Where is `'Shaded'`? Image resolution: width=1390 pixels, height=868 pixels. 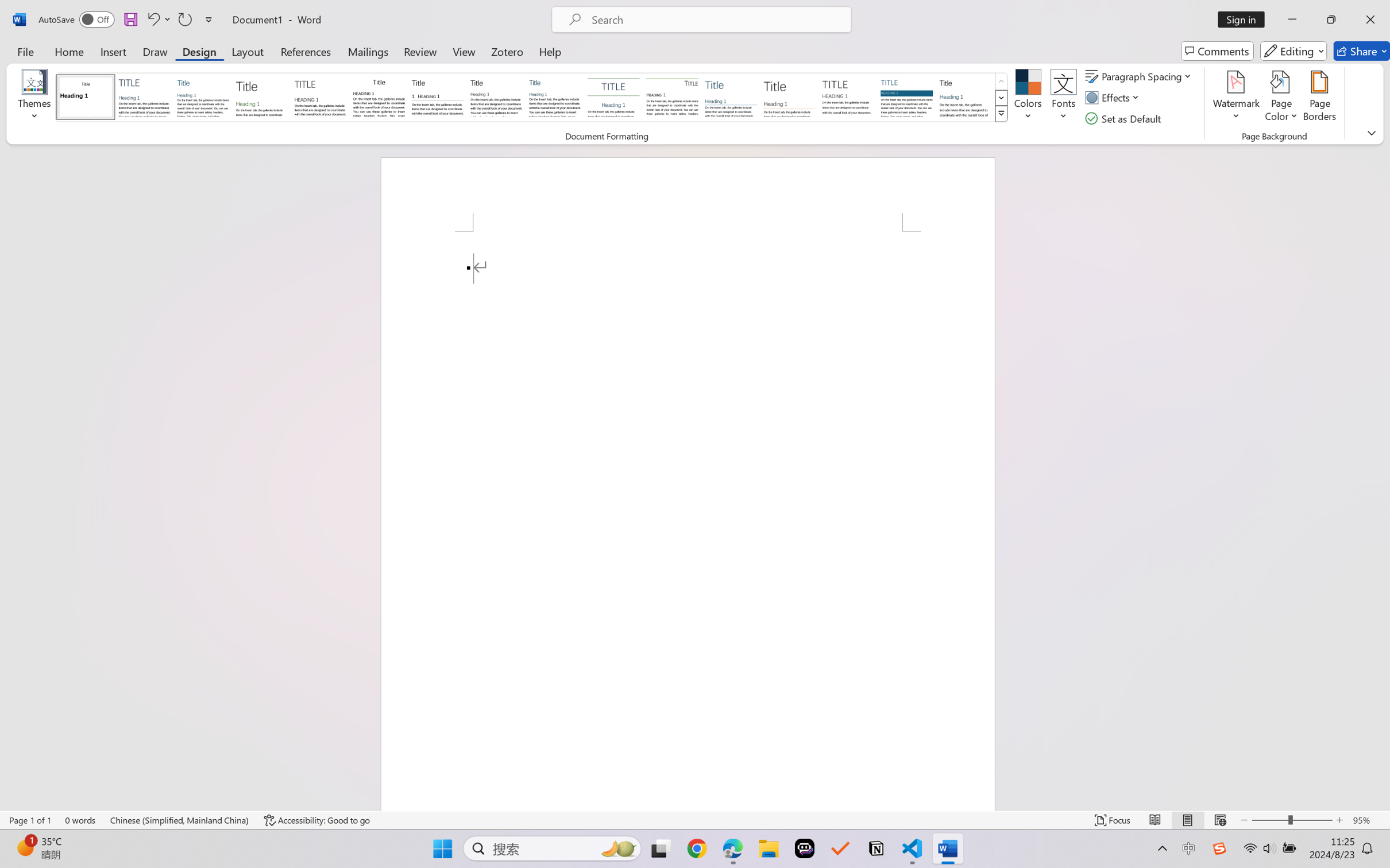
'Shaded' is located at coordinates (906, 96).